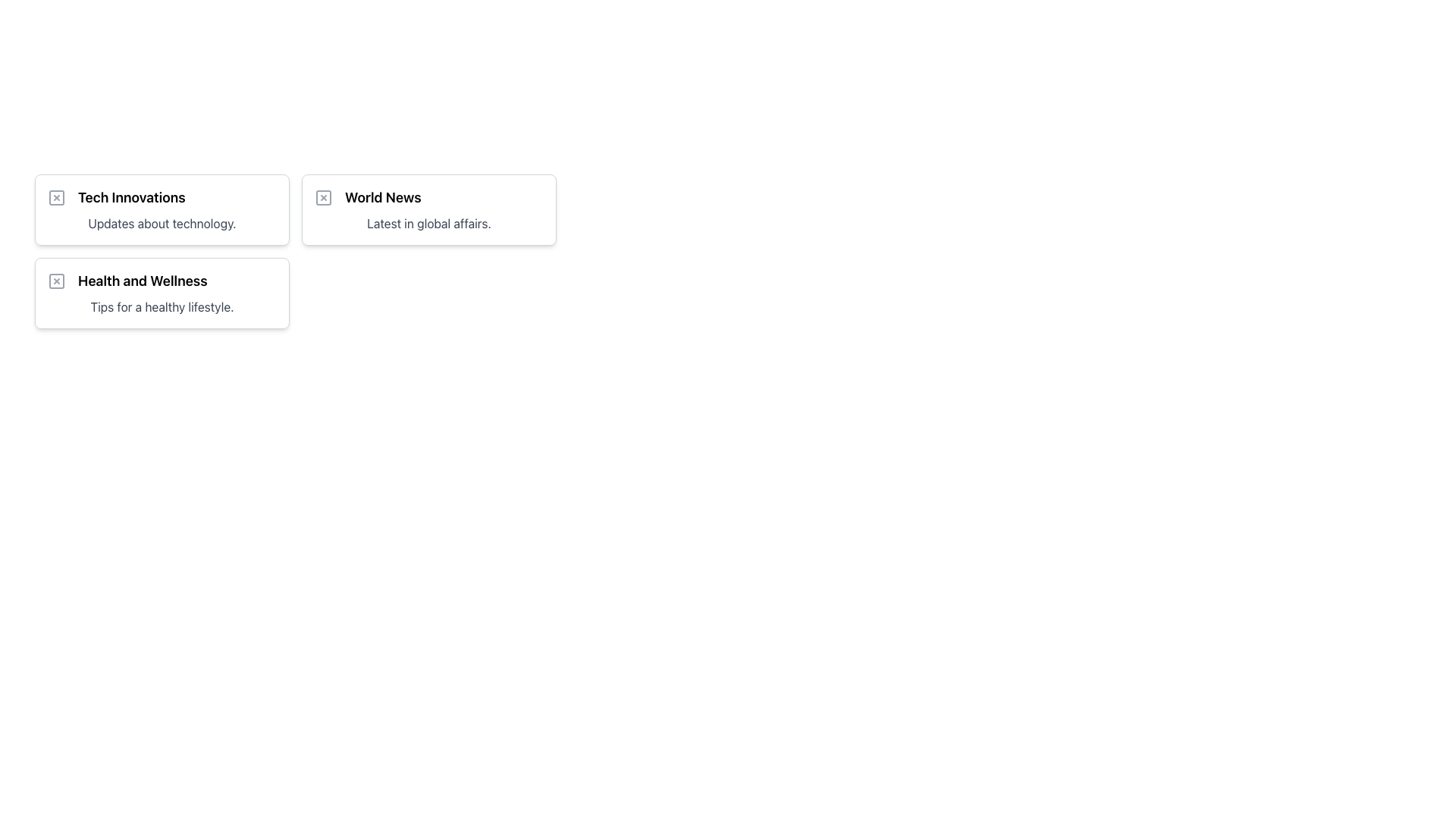  I want to click on the 'World News' text label, so click(383, 197).